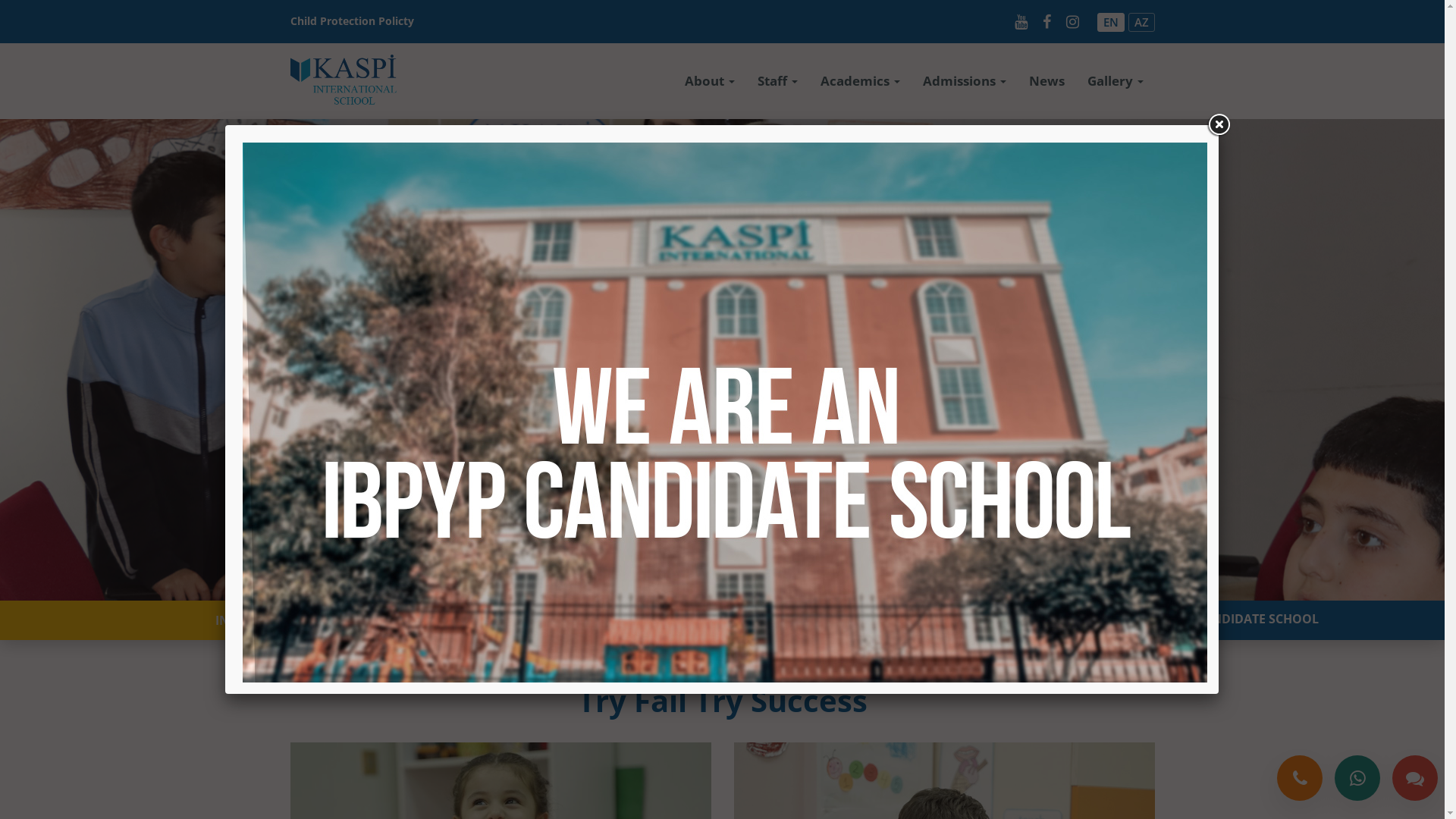 The image size is (1456, 819). I want to click on 'About', so click(709, 81).